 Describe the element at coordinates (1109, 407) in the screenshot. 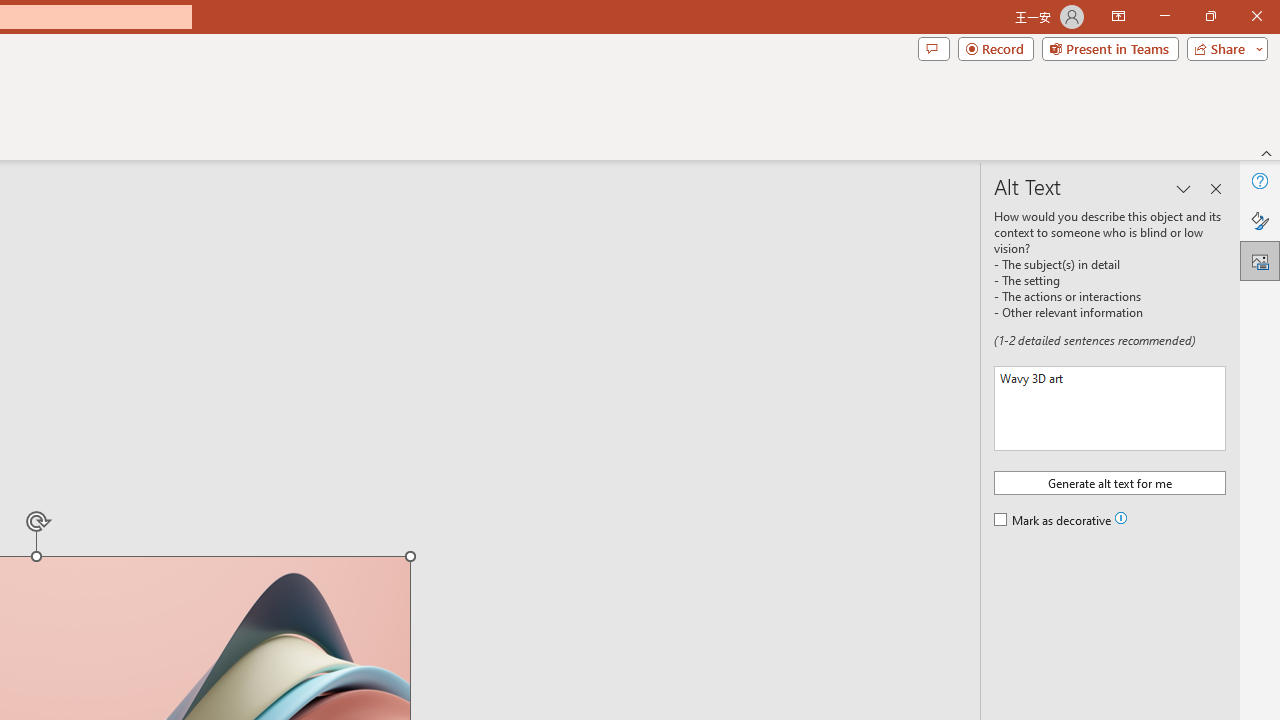

I see `'Description'` at that location.